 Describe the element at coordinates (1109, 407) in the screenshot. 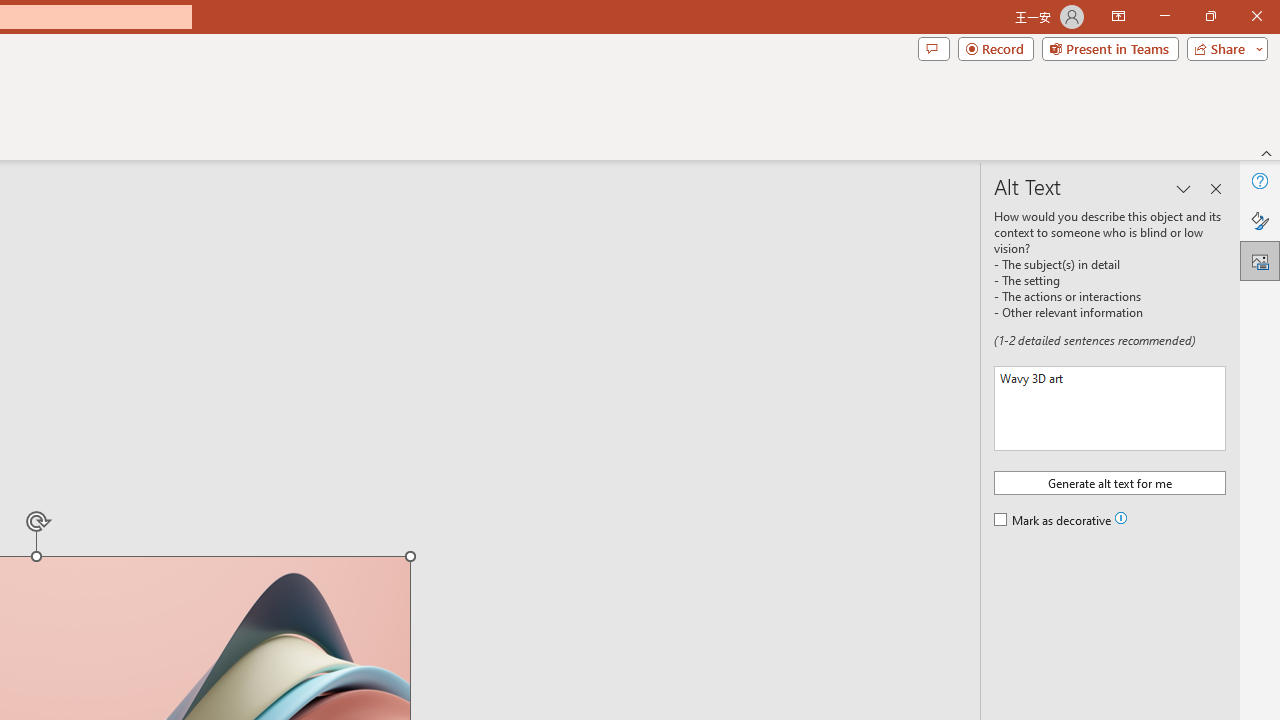

I see `'Description'` at that location.